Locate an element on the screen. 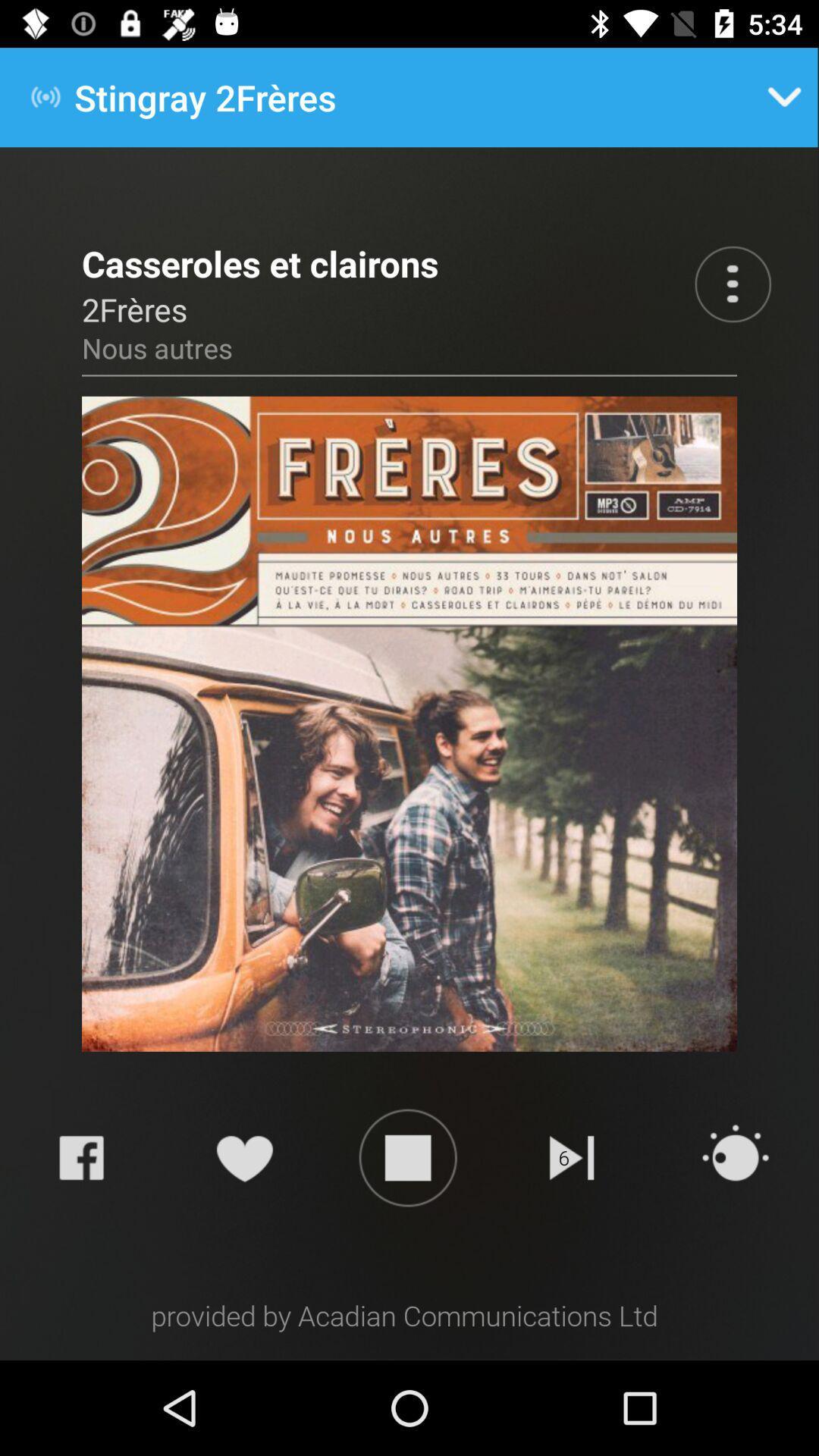  the facebook icon is located at coordinates (81, 1156).